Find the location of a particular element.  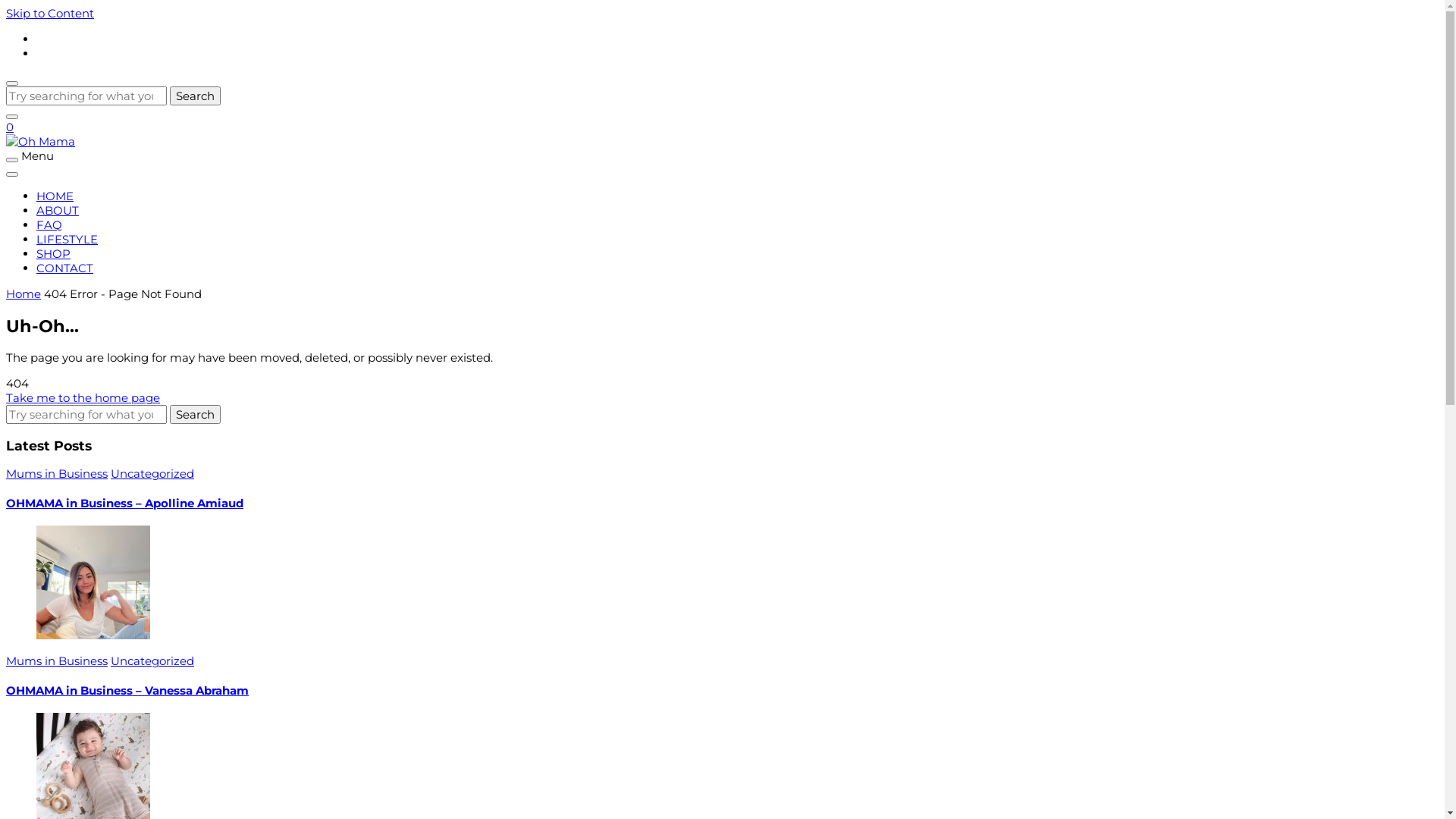

'Search' is located at coordinates (194, 96).